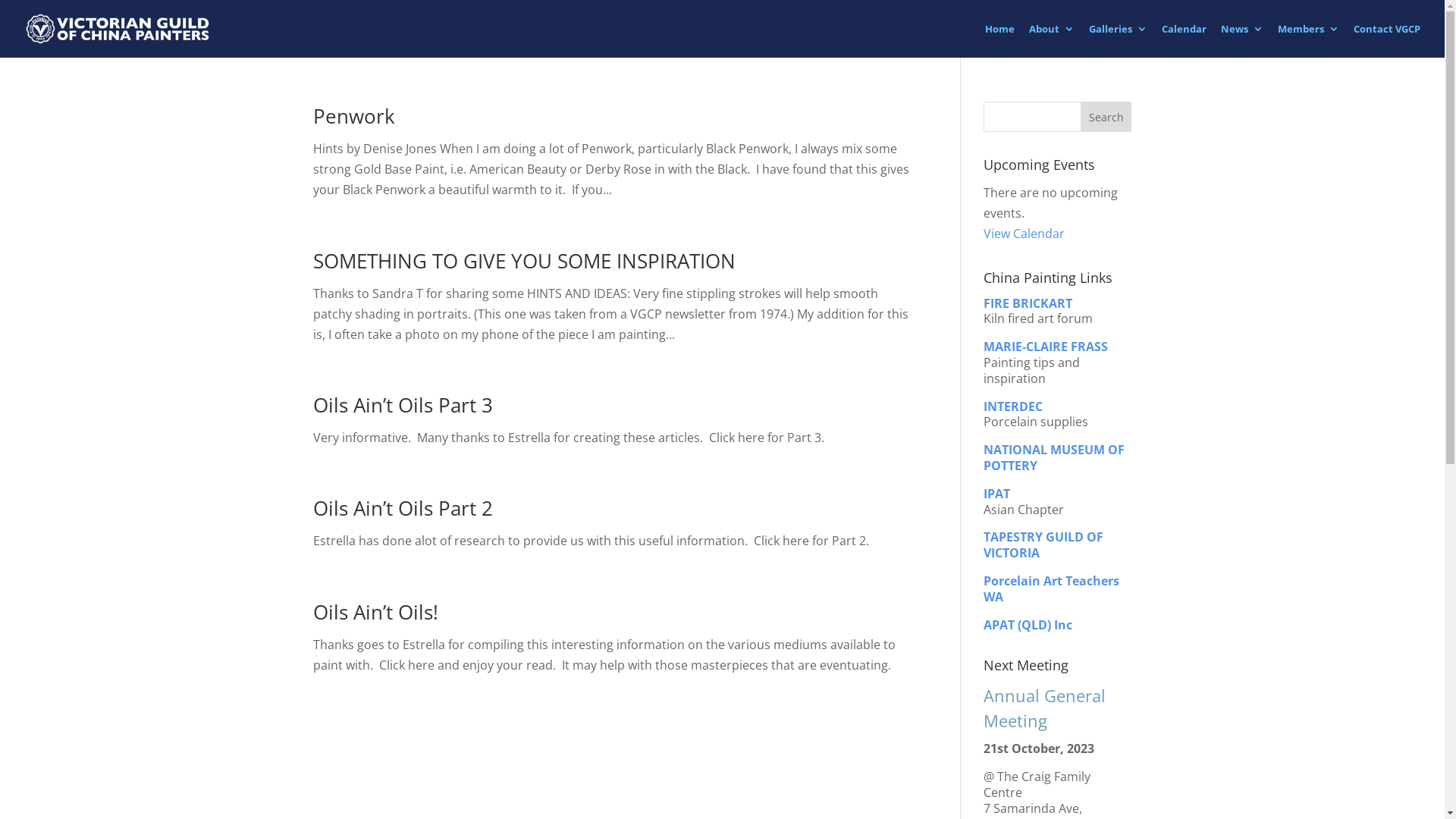 Image resolution: width=1456 pixels, height=819 pixels. What do you see at coordinates (1053, 457) in the screenshot?
I see `'NATIONAL MUSEUM OF POTTERY'` at bounding box center [1053, 457].